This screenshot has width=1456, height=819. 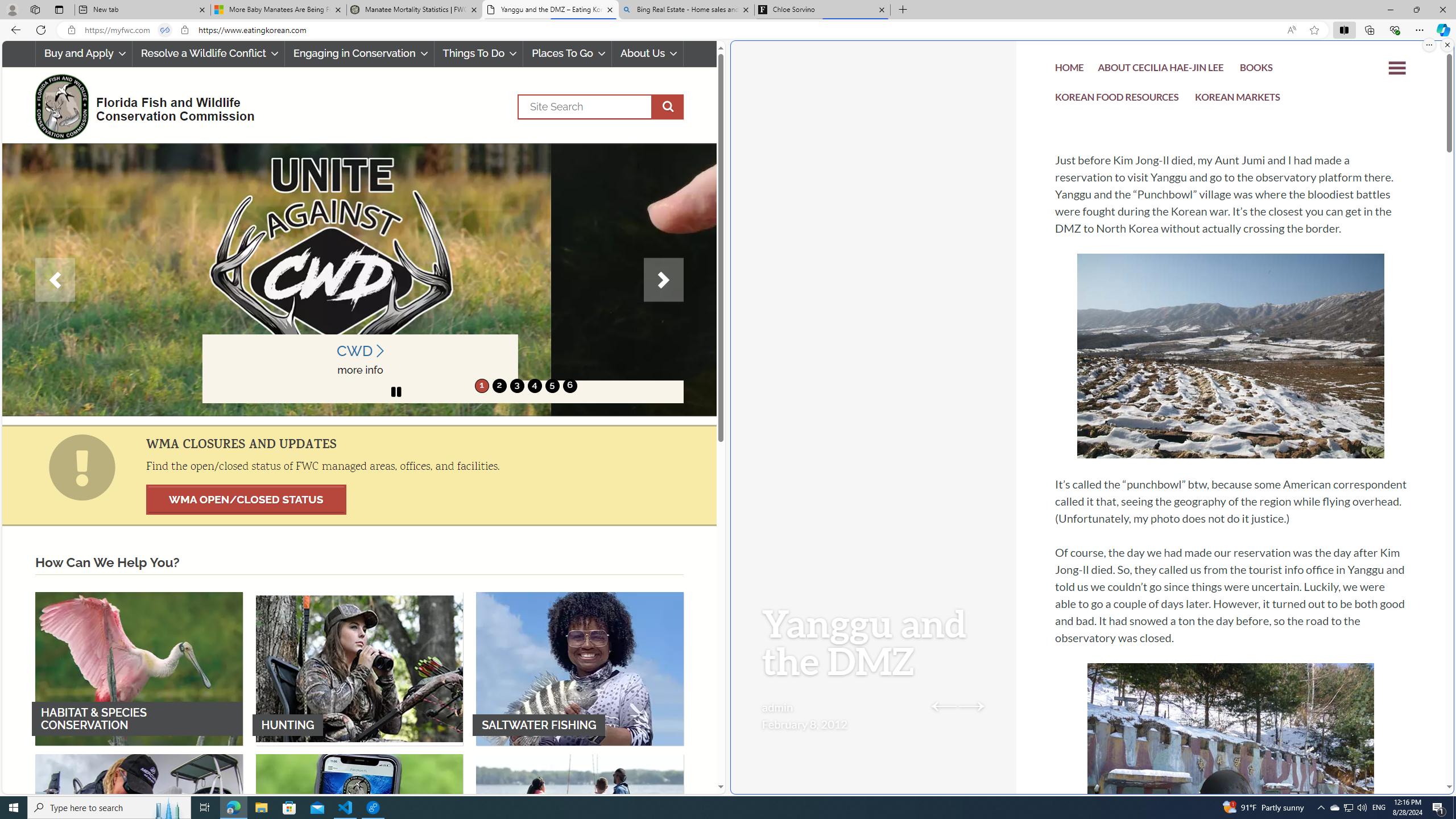 I want to click on 'KOREAN MARKETS', so click(x=1238, y=100).